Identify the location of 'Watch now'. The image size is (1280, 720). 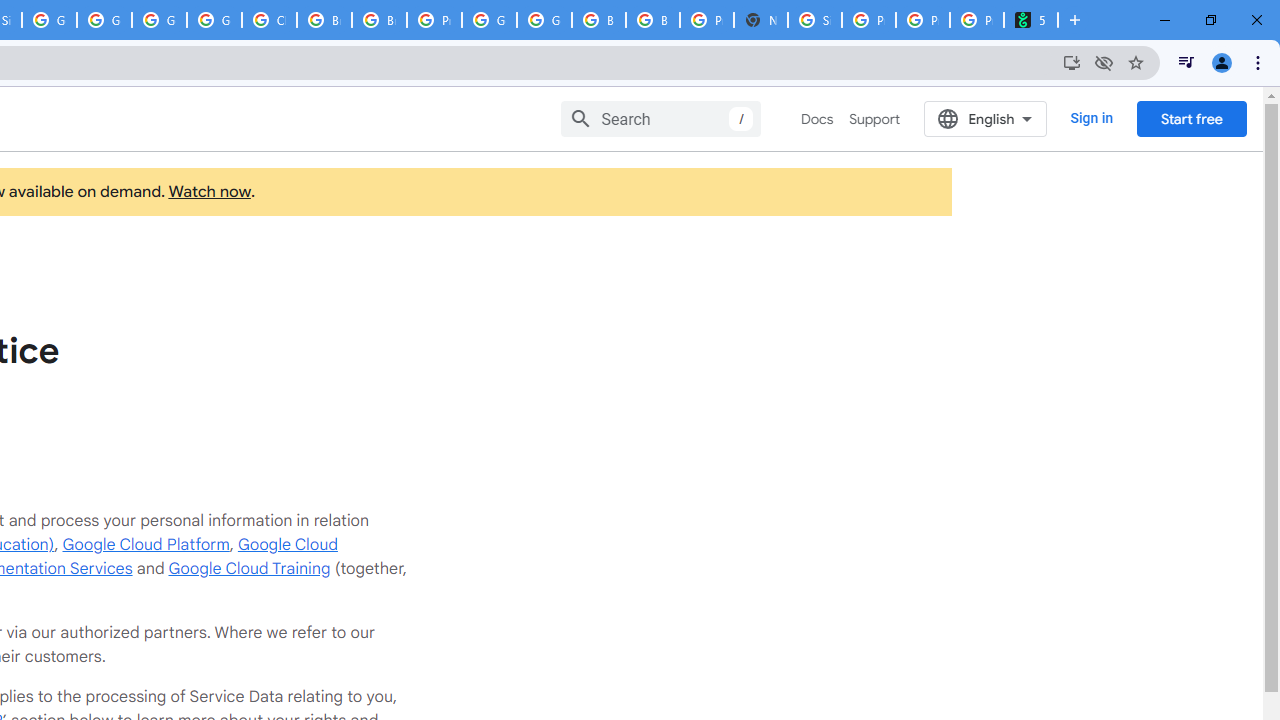
(209, 192).